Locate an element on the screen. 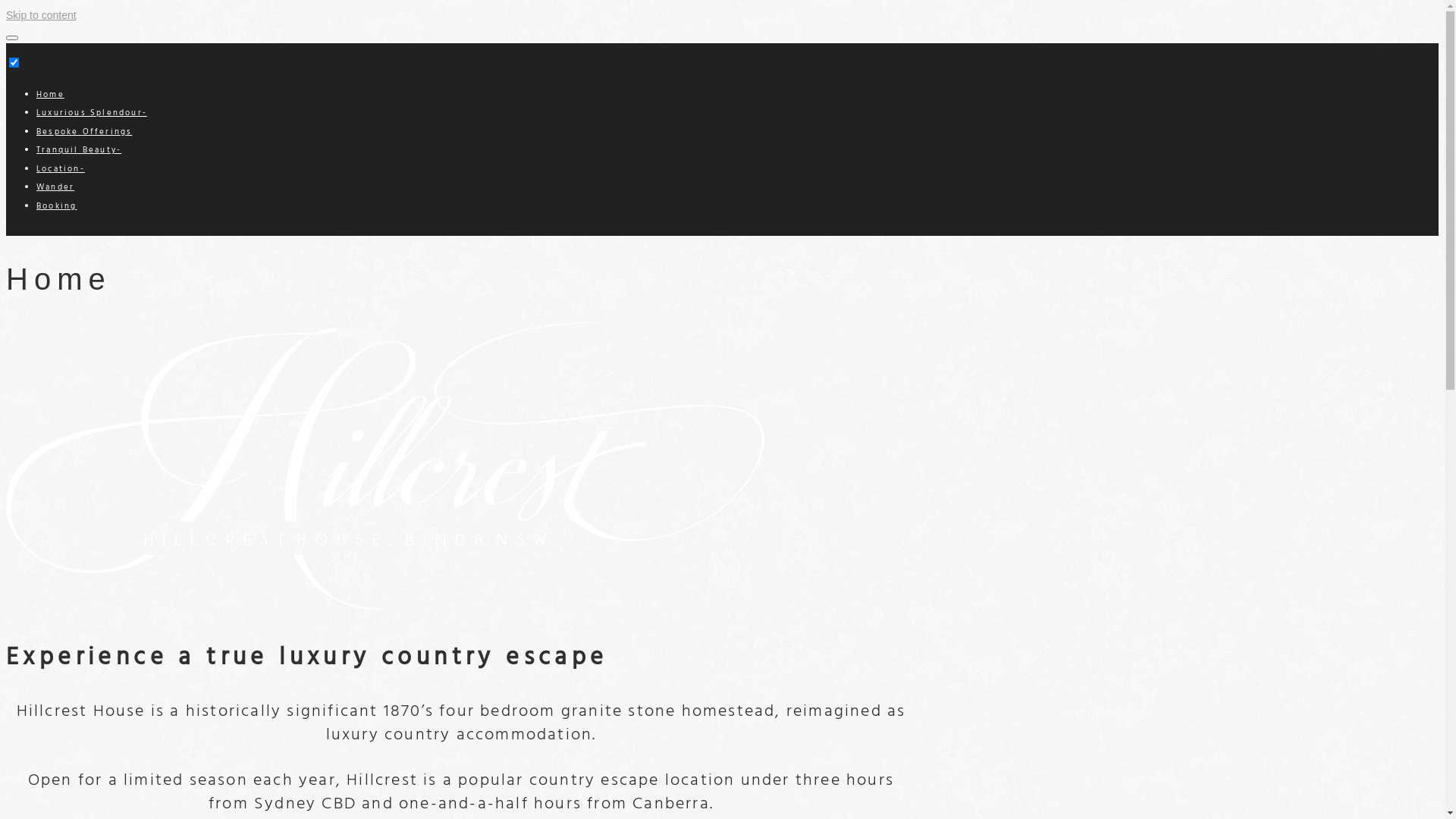 This screenshot has height=819, width=1456. 'Home' is located at coordinates (50, 94).